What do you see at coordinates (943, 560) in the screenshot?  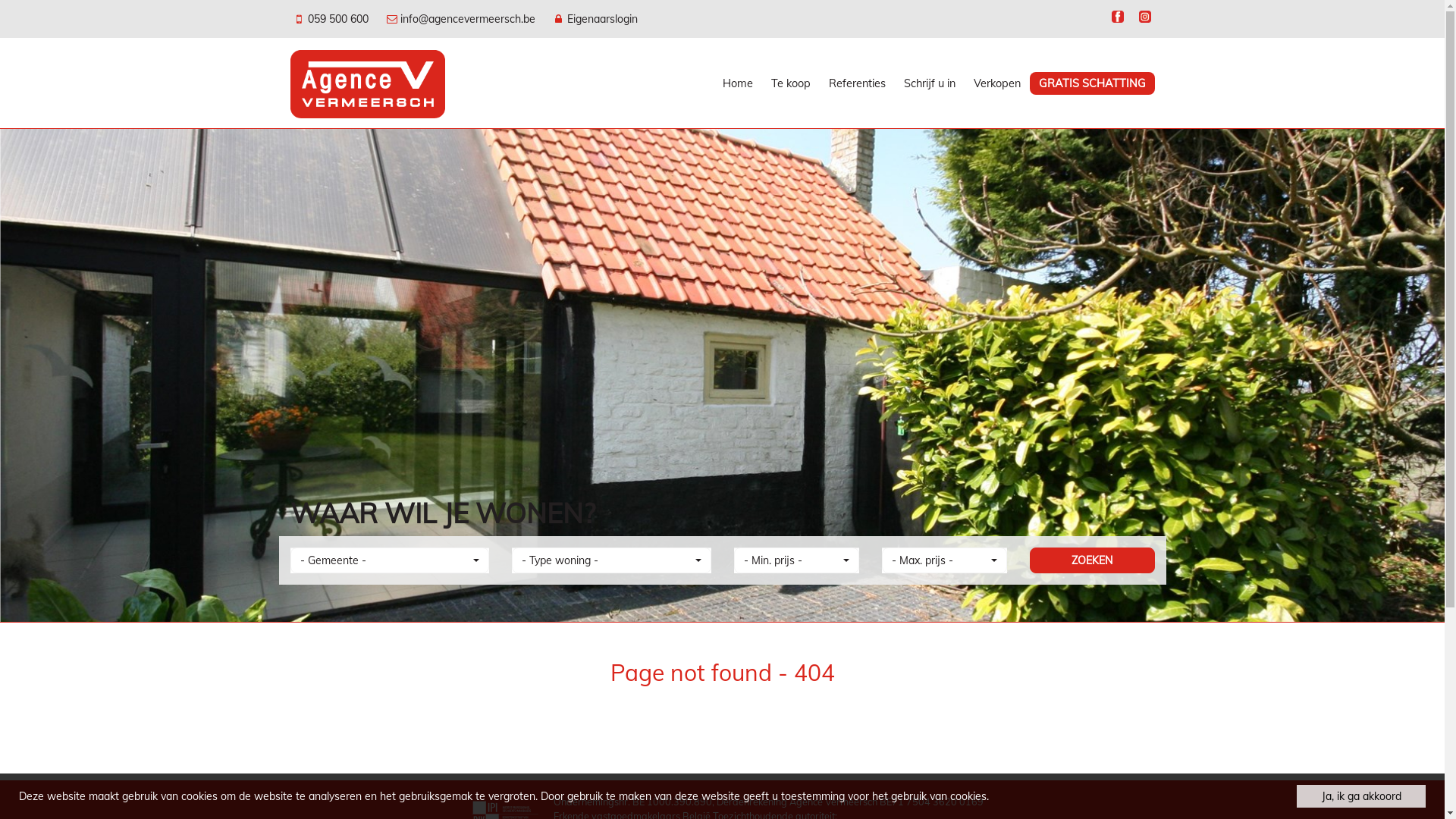 I see `'- Max. prijs -` at bounding box center [943, 560].